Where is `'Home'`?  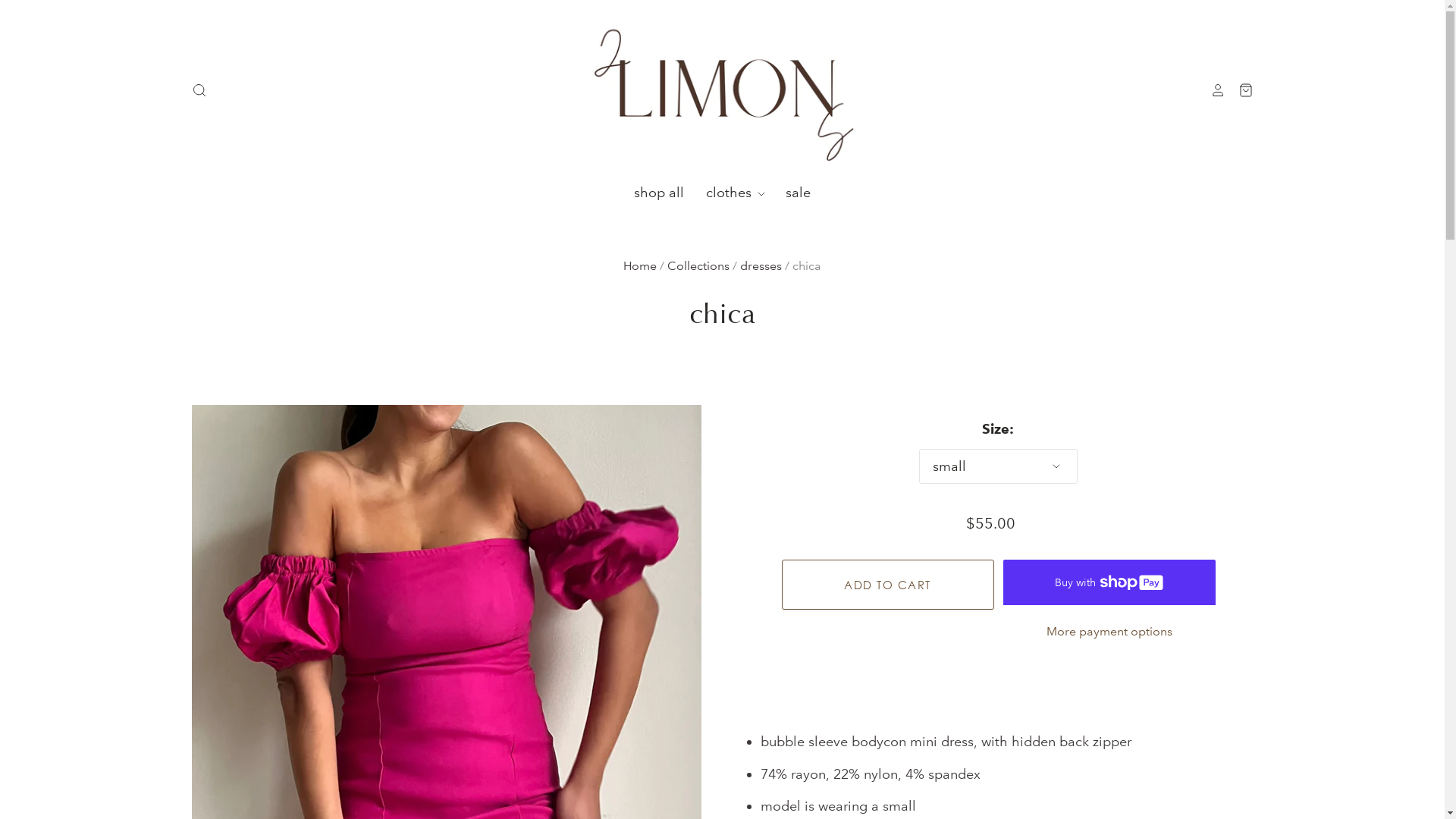
'Home' is located at coordinates (640, 265).